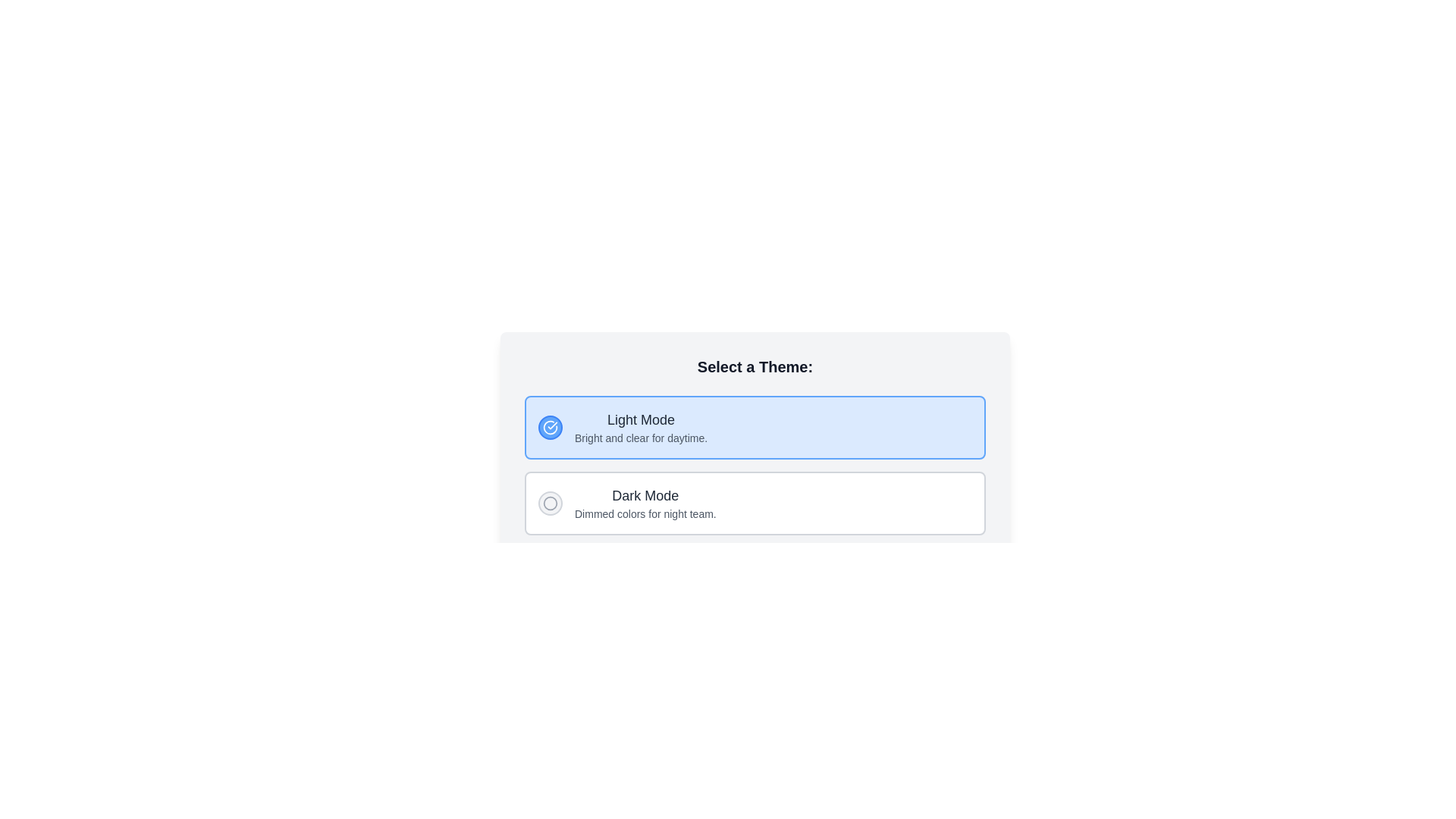  What do you see at coordinates (755, 502) in the screenshot?
I see `the 'Dark Mode' radio button option` at bounding box center [755, 502].